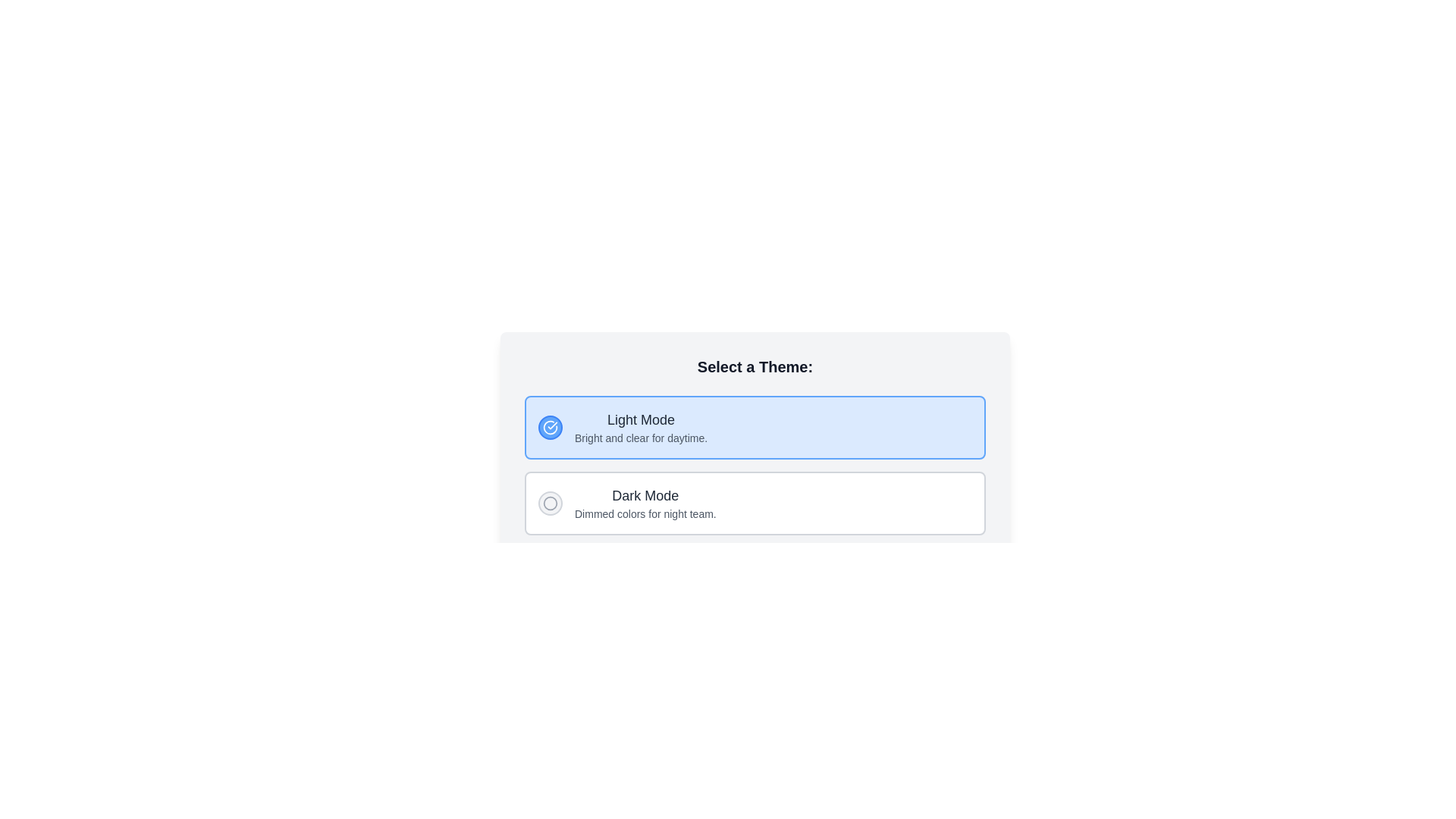  What do you see at coordinates (755, 502) in the screenshot?
I see `the 'Dark Mode' radio button option` at bounding box center [755, 502].